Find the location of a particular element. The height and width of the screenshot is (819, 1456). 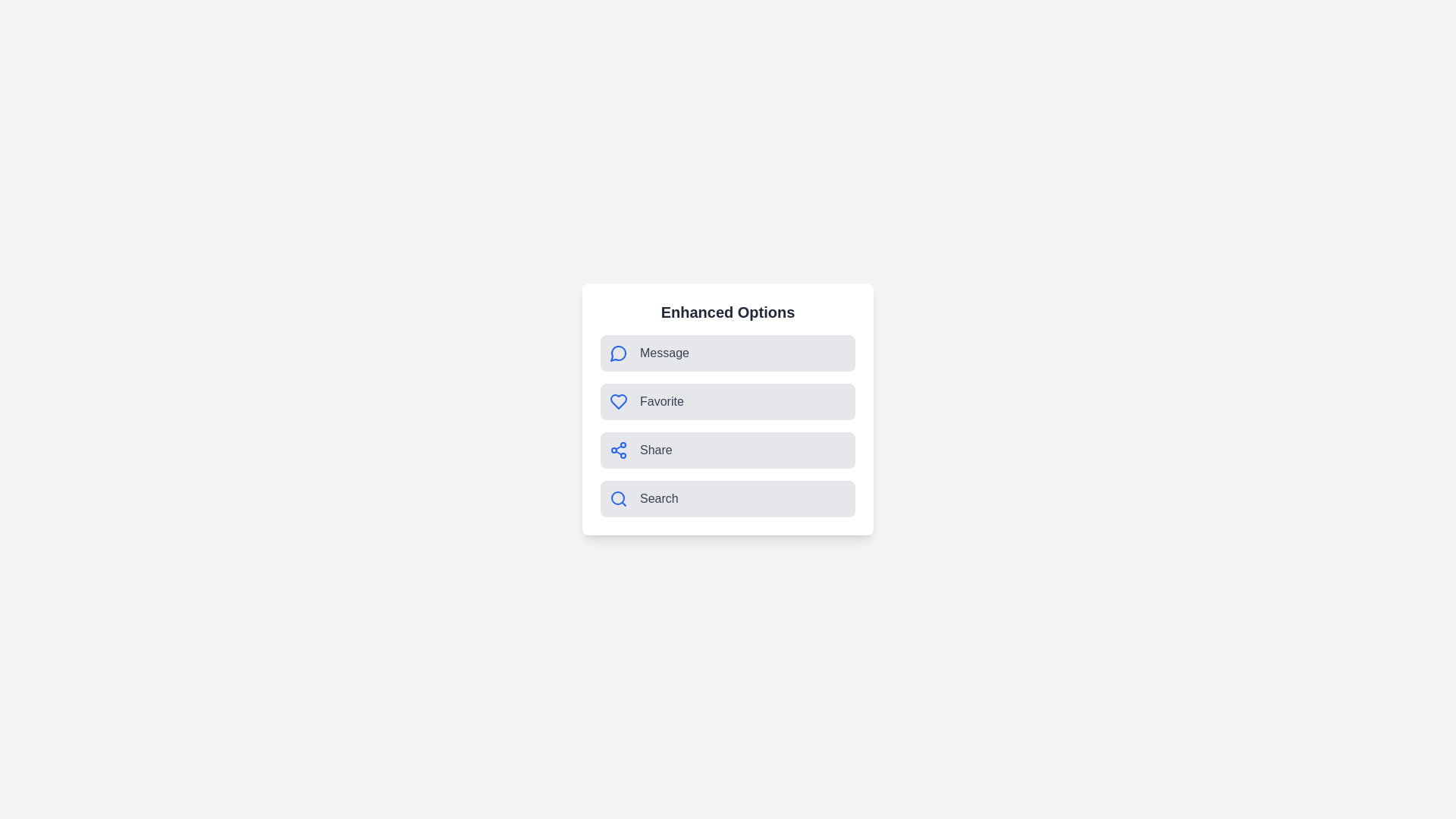

the Message option to observe visual feedback is located at coordinates (728, 353).